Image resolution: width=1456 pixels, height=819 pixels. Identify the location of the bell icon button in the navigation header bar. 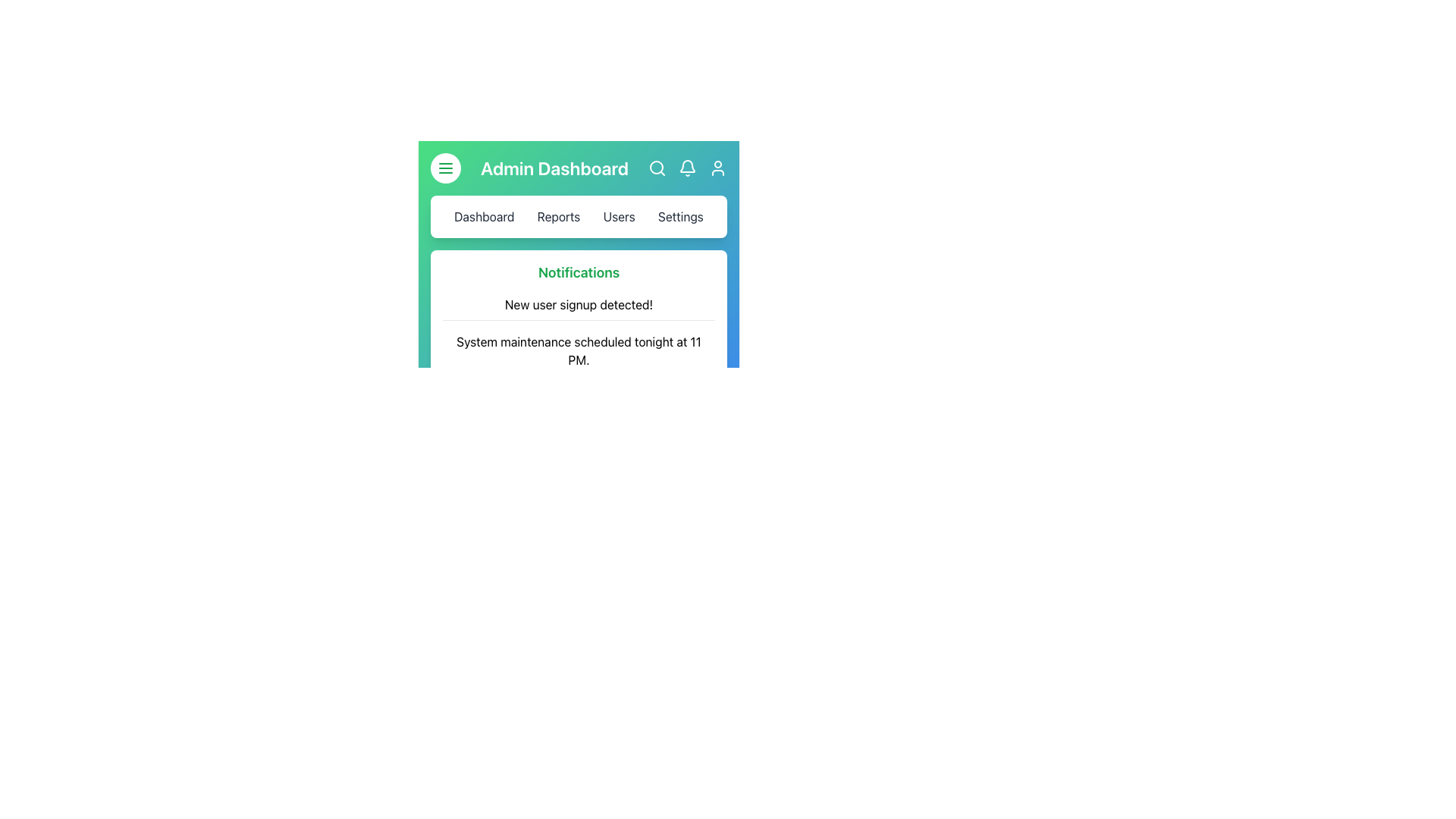
(687, 168).